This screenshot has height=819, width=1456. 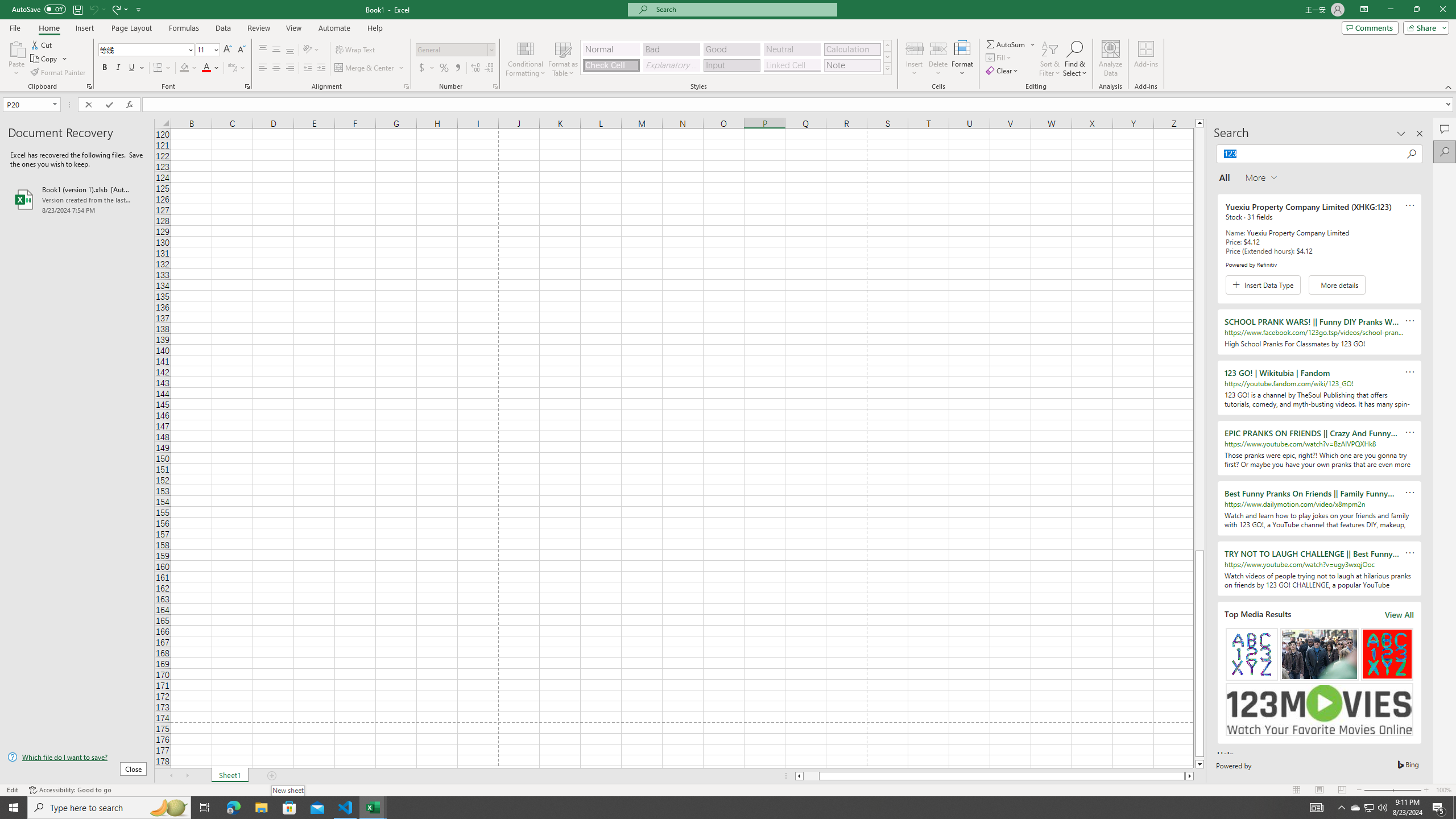 I want to click on 'Format Painter', so click(x=58, y=72).